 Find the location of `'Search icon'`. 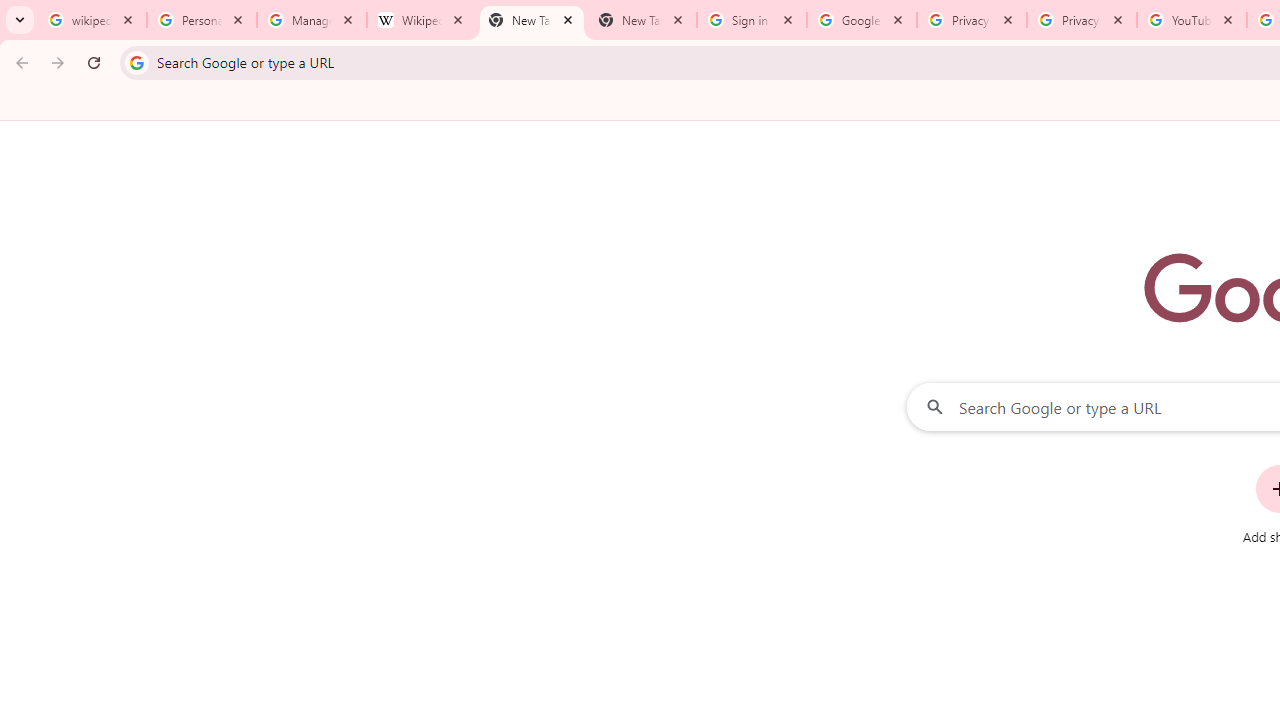

'Search icon' is located at coordinates (135, 61).